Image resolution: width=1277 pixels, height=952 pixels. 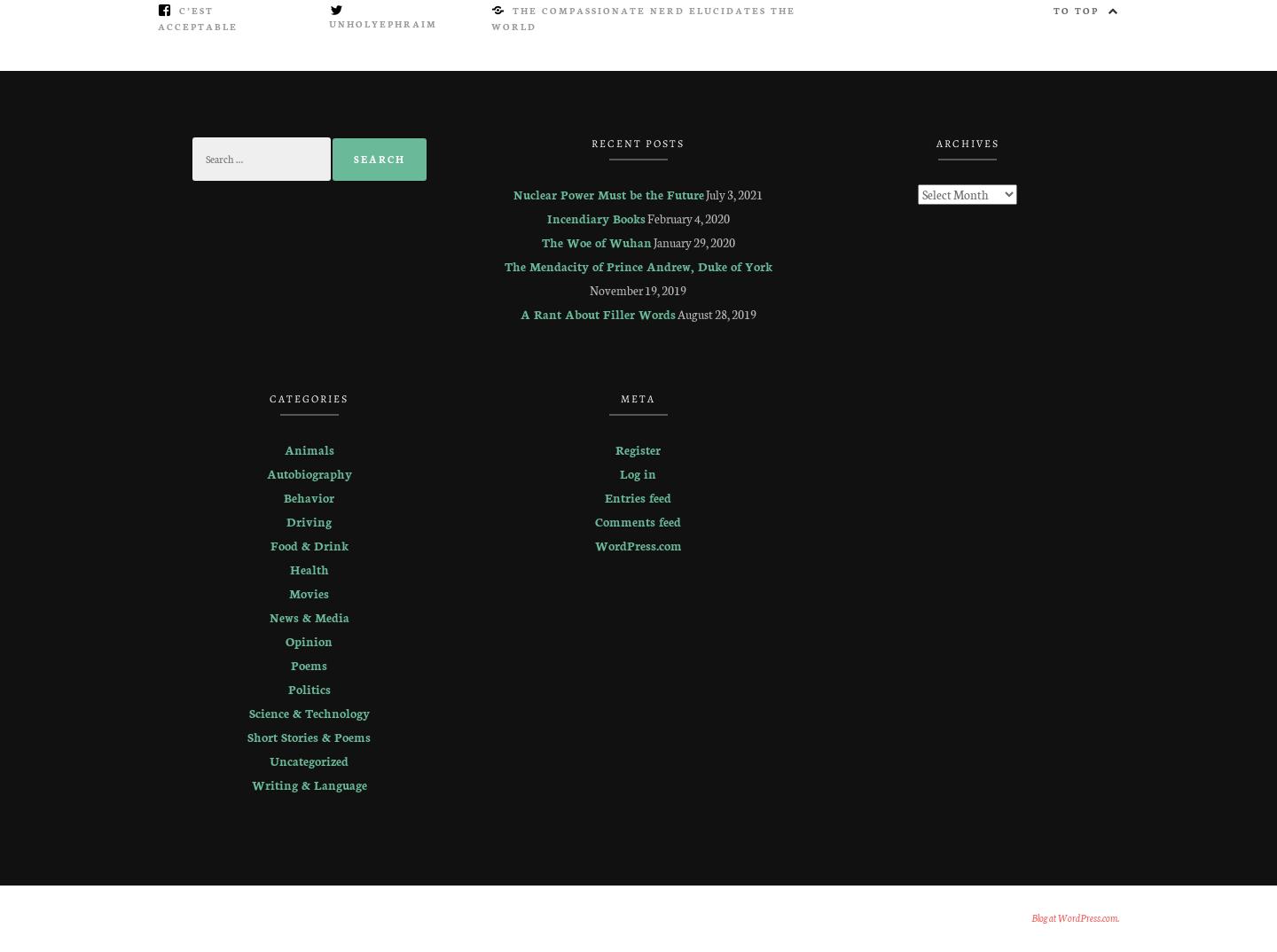 I want to click on 'News & Media', so click(x=309, y=616).